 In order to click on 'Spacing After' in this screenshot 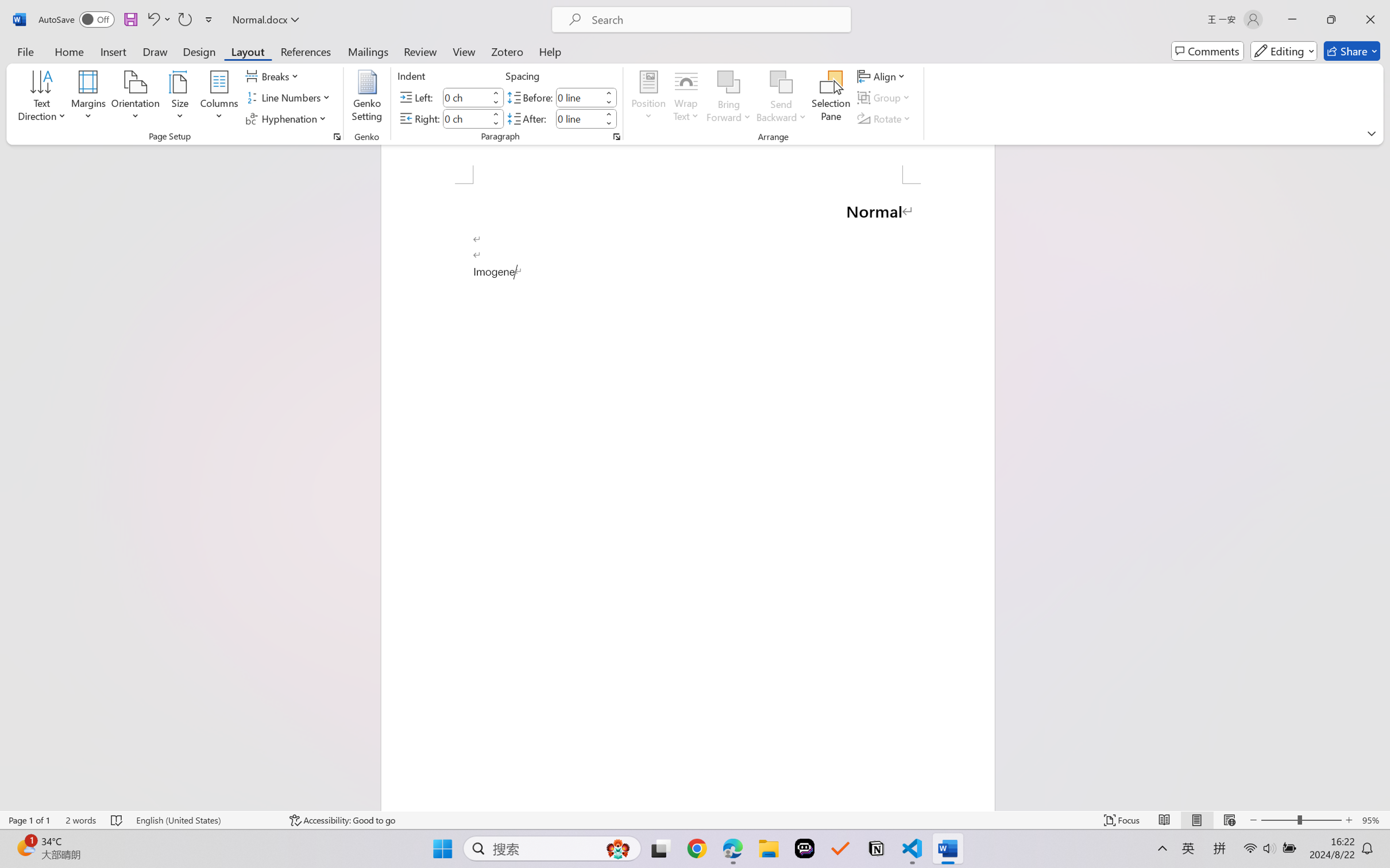, I will do `click(578, 118)`.